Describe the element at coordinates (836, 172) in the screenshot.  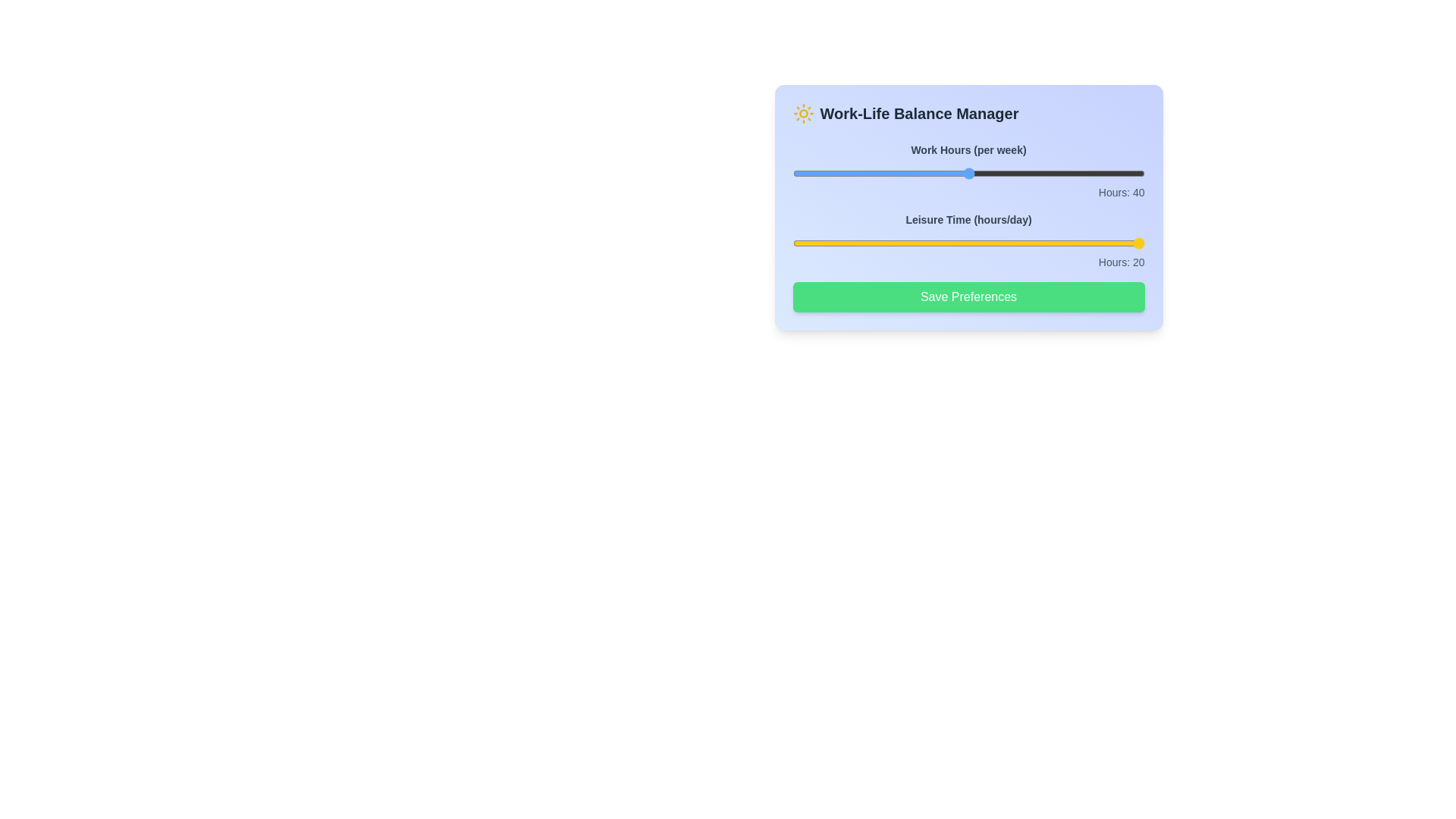
I see `the 'Work Hours' slider to set it to 25 hours per week` at that location.